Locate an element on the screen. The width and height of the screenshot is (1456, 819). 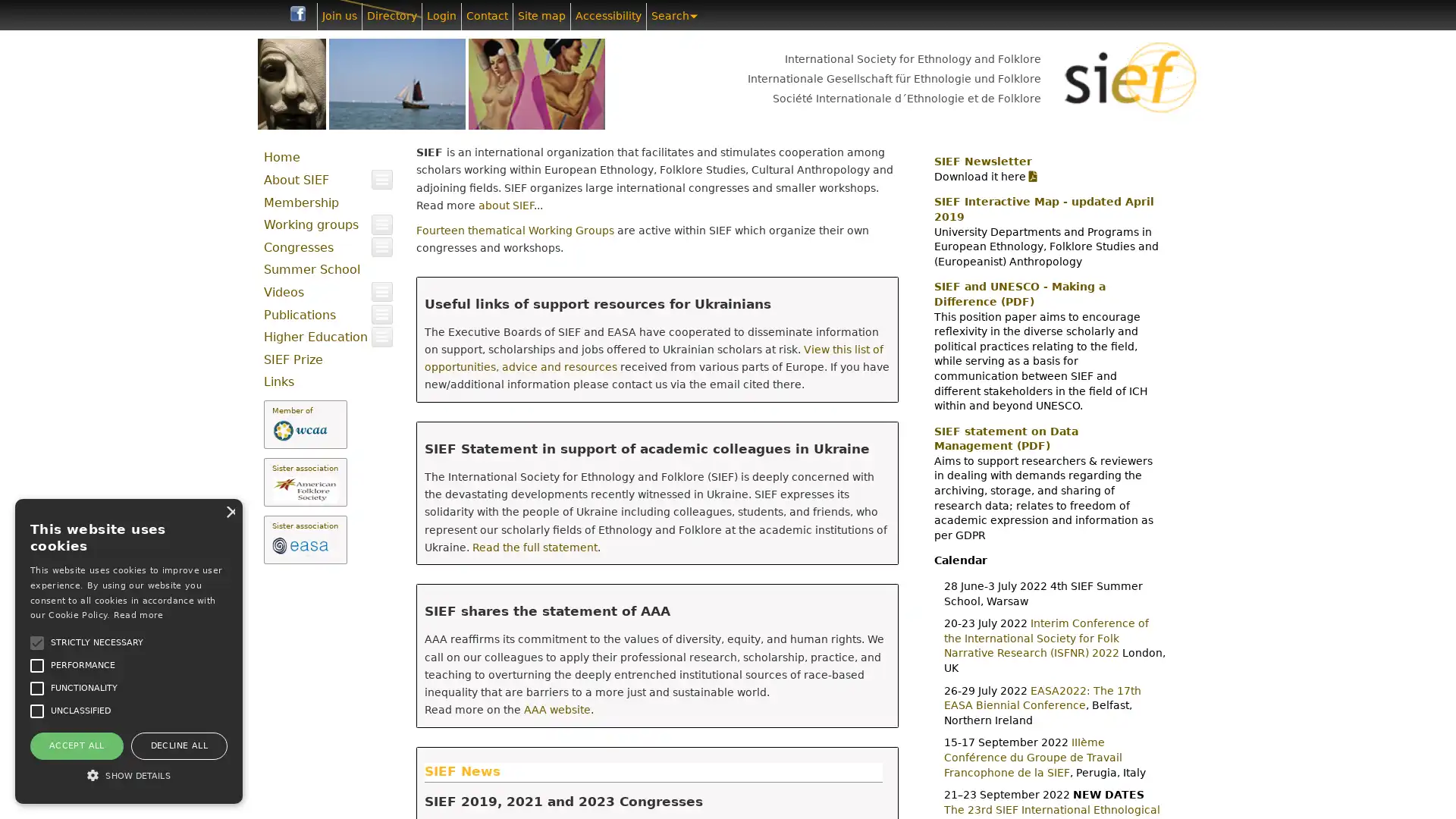
SHOW DETAILS is located at coordinates (128, 775).